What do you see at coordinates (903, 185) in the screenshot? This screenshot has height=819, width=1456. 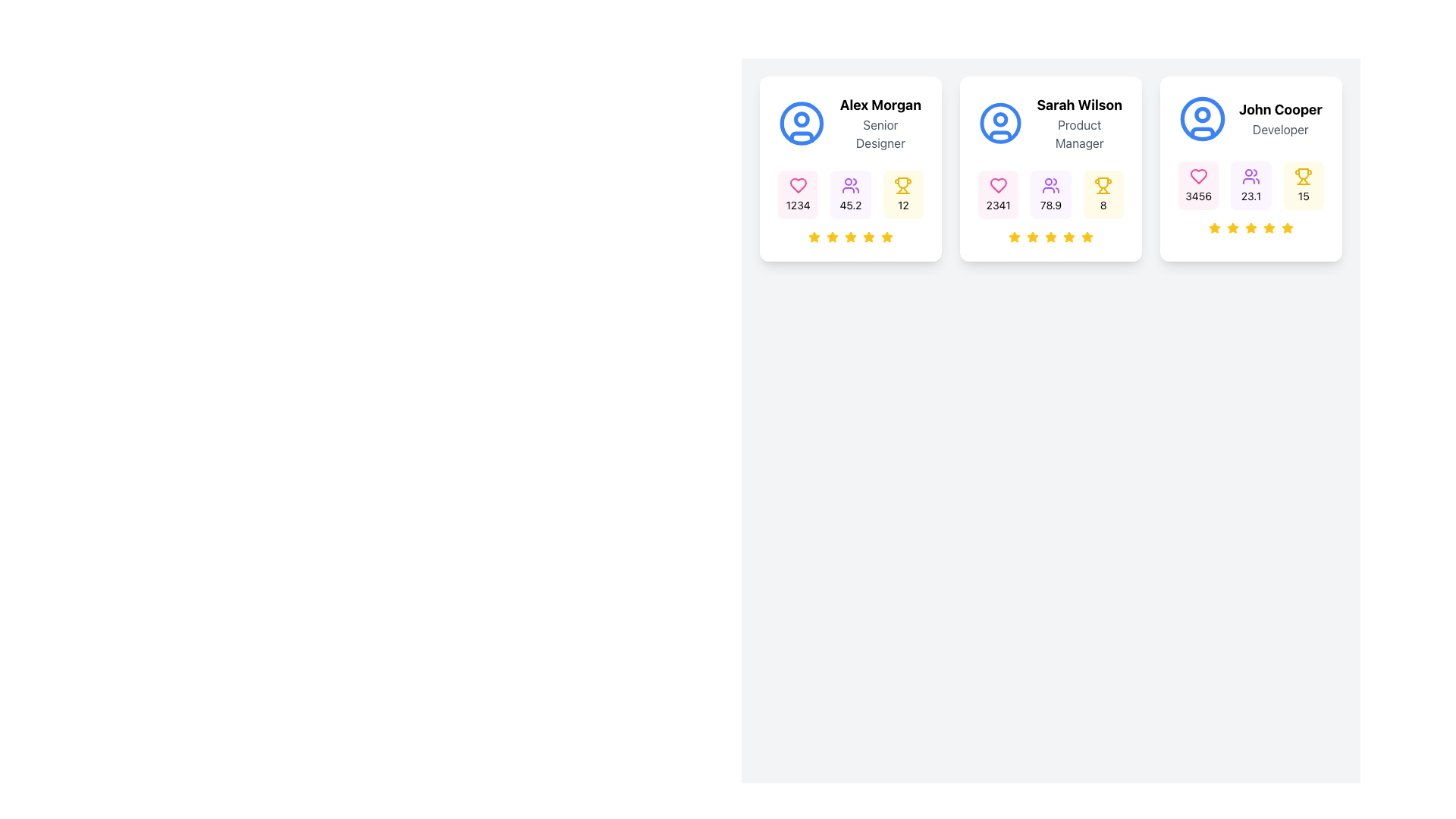 I see `the achievements icon representing the score or count for 'Alex Morgan, Senior Designer'` at bounding box center [903, 185].